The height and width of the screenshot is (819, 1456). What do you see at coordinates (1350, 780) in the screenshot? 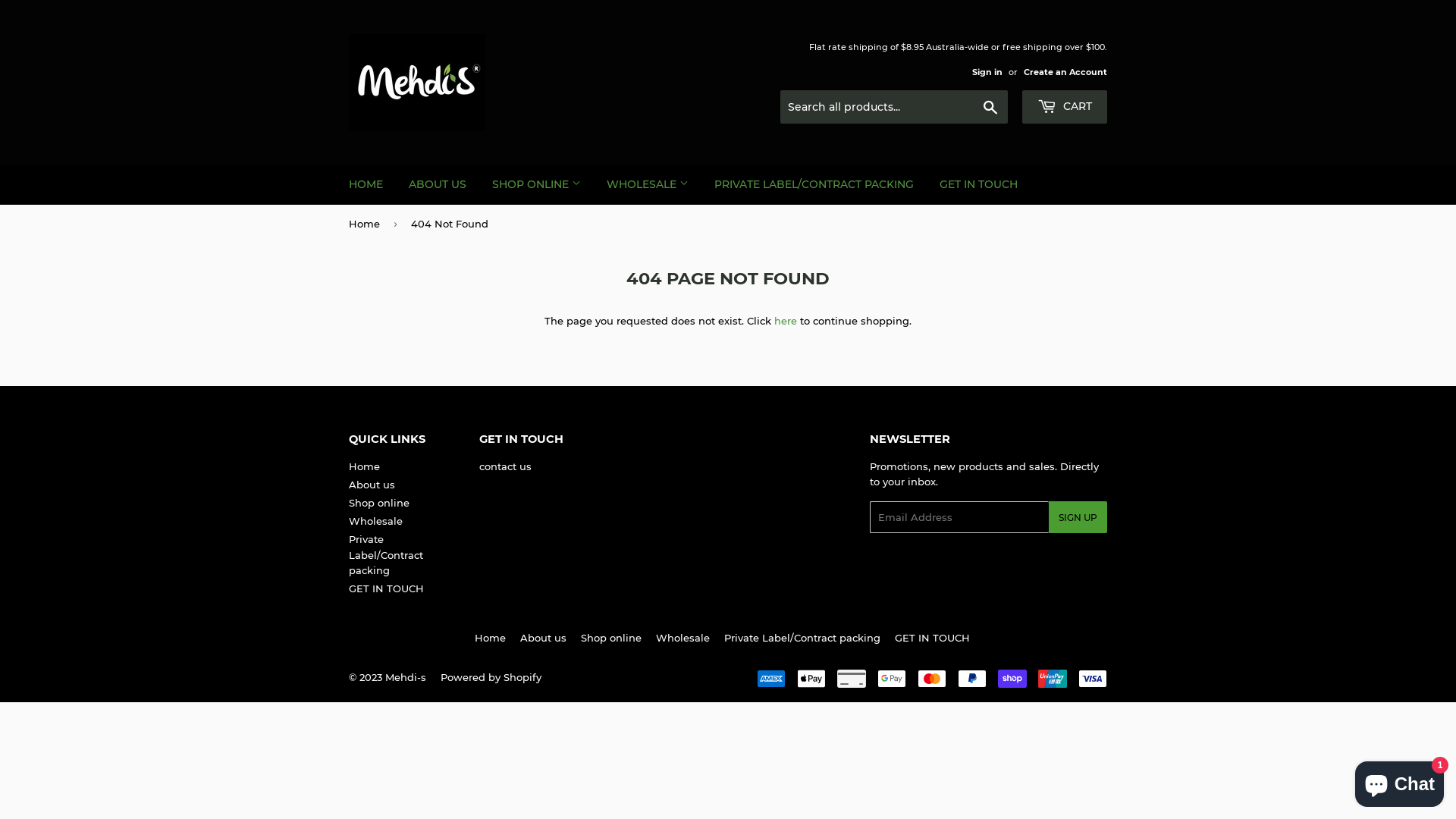
I see `'Shopify online store chat'` at bounding box center [1350, 780].